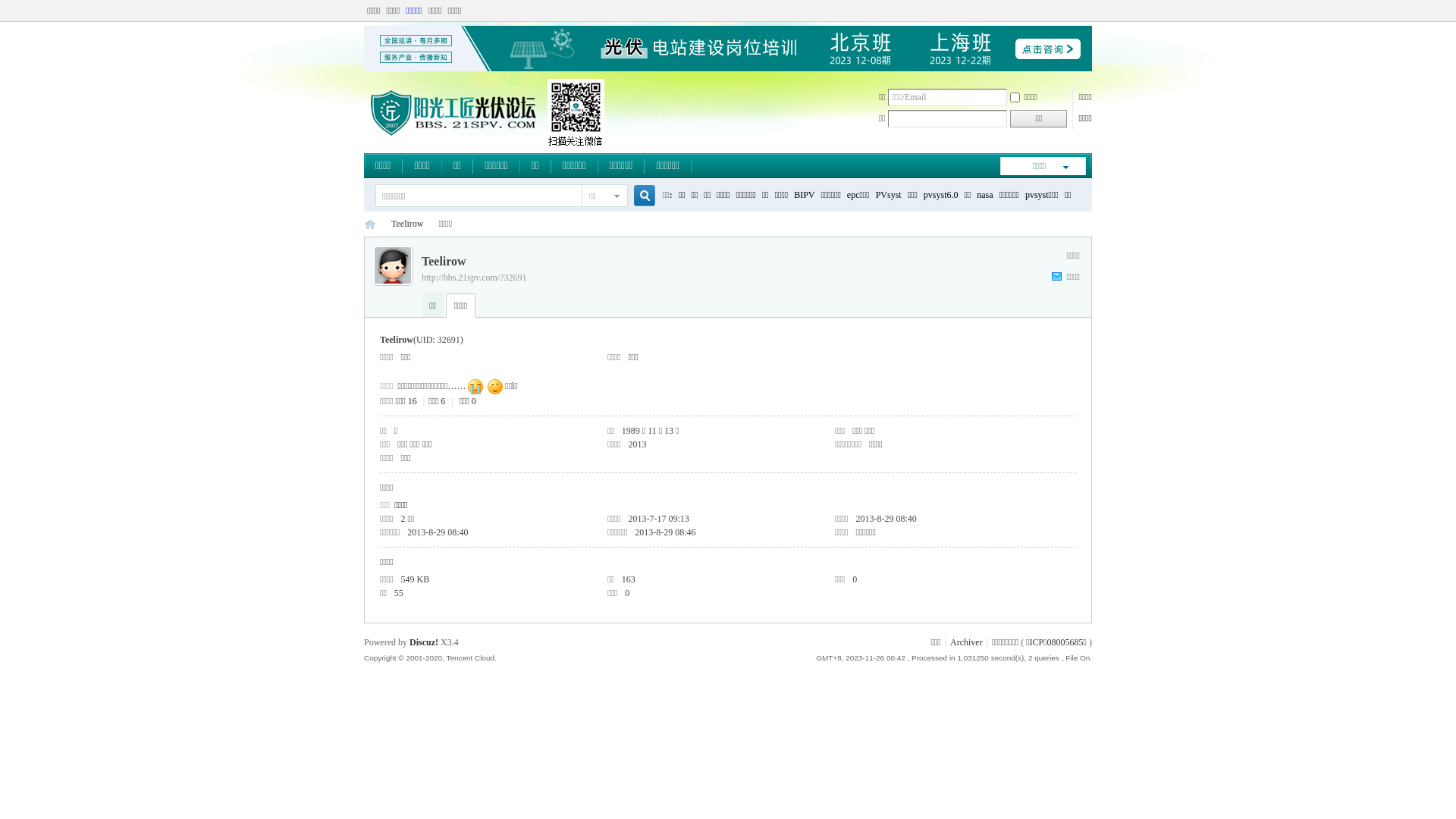 The image size is (1456, 819). What do you see at coordinates (803, 194) in the screenshot?
I see `'BIPV'` at bounding box center [803, 194].